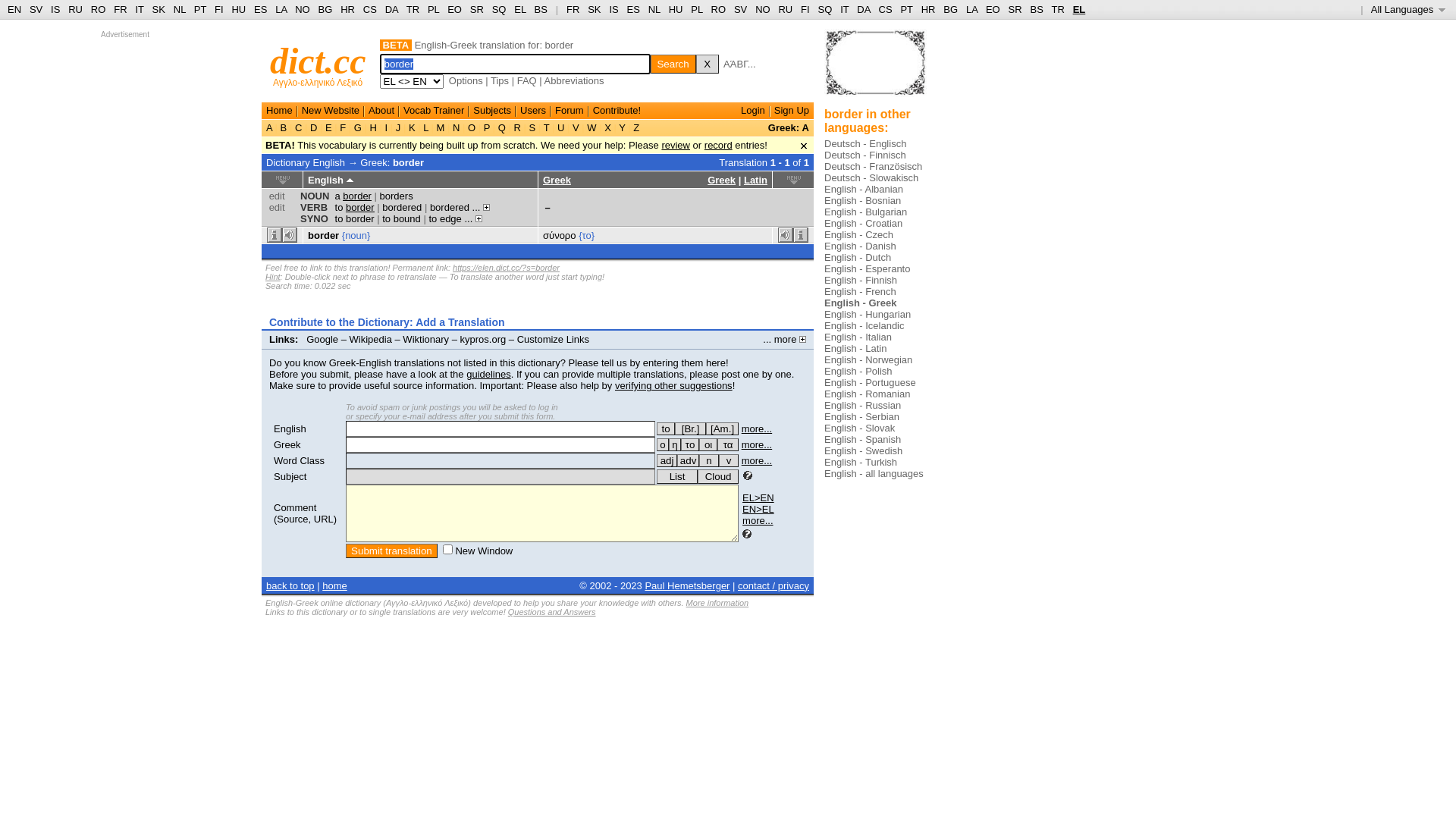 The image size is (1456, 819). What do you see at coordinates (281, 9) in the screenshot?
I see `'LA'` at bounding box center [281, 9].